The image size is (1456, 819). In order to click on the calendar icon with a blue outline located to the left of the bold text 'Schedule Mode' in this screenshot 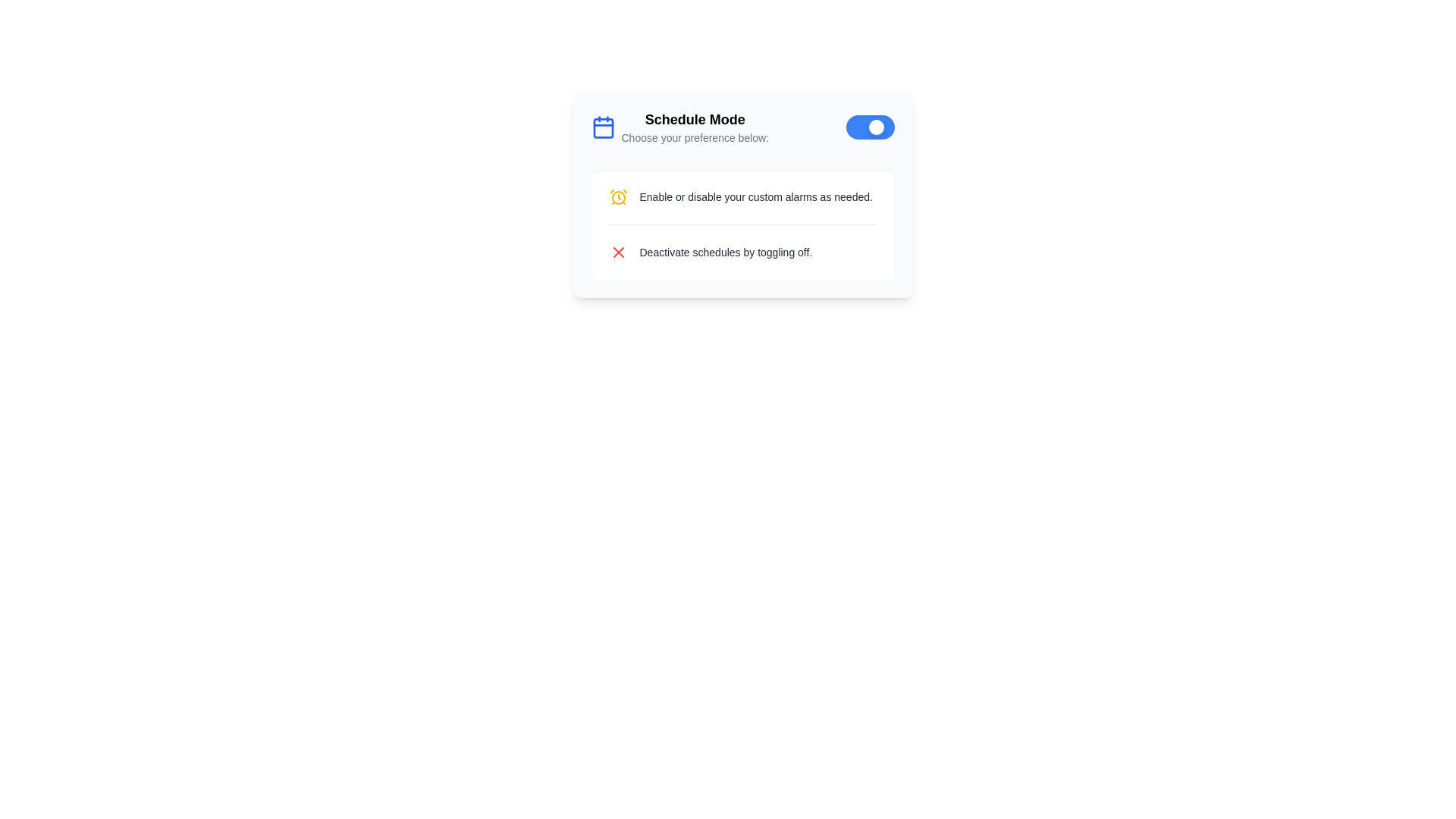, I will do `click(602, 127)`.